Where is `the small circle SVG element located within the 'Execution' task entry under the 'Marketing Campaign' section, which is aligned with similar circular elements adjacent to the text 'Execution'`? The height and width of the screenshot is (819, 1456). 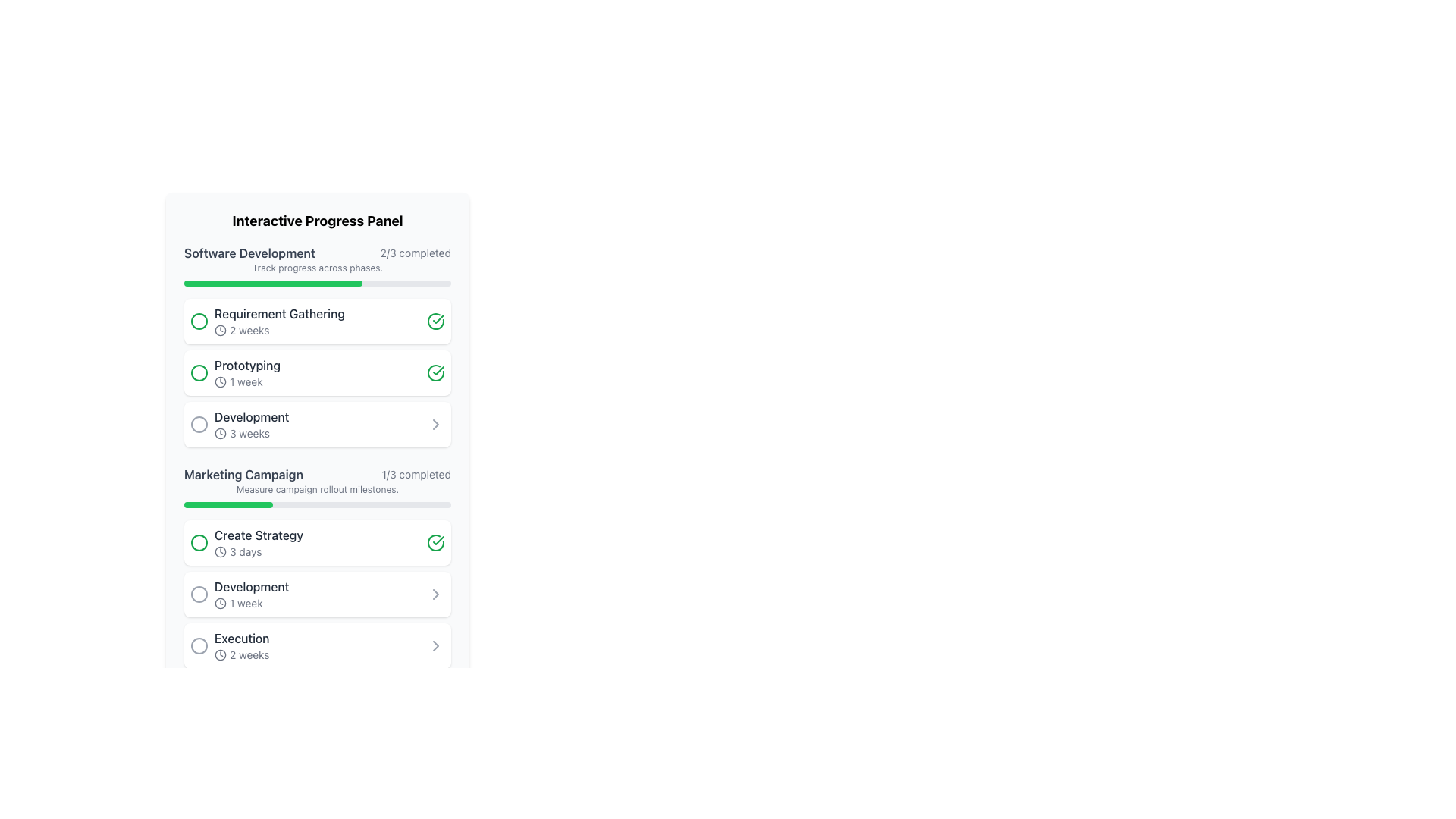
the small circle SVG element located within the 'Execution' task entry under the 'Marketing Campaign' section, which is aligned with similar circular elements adjacent to the text 'Execution' is located at coordinates (199, 646).